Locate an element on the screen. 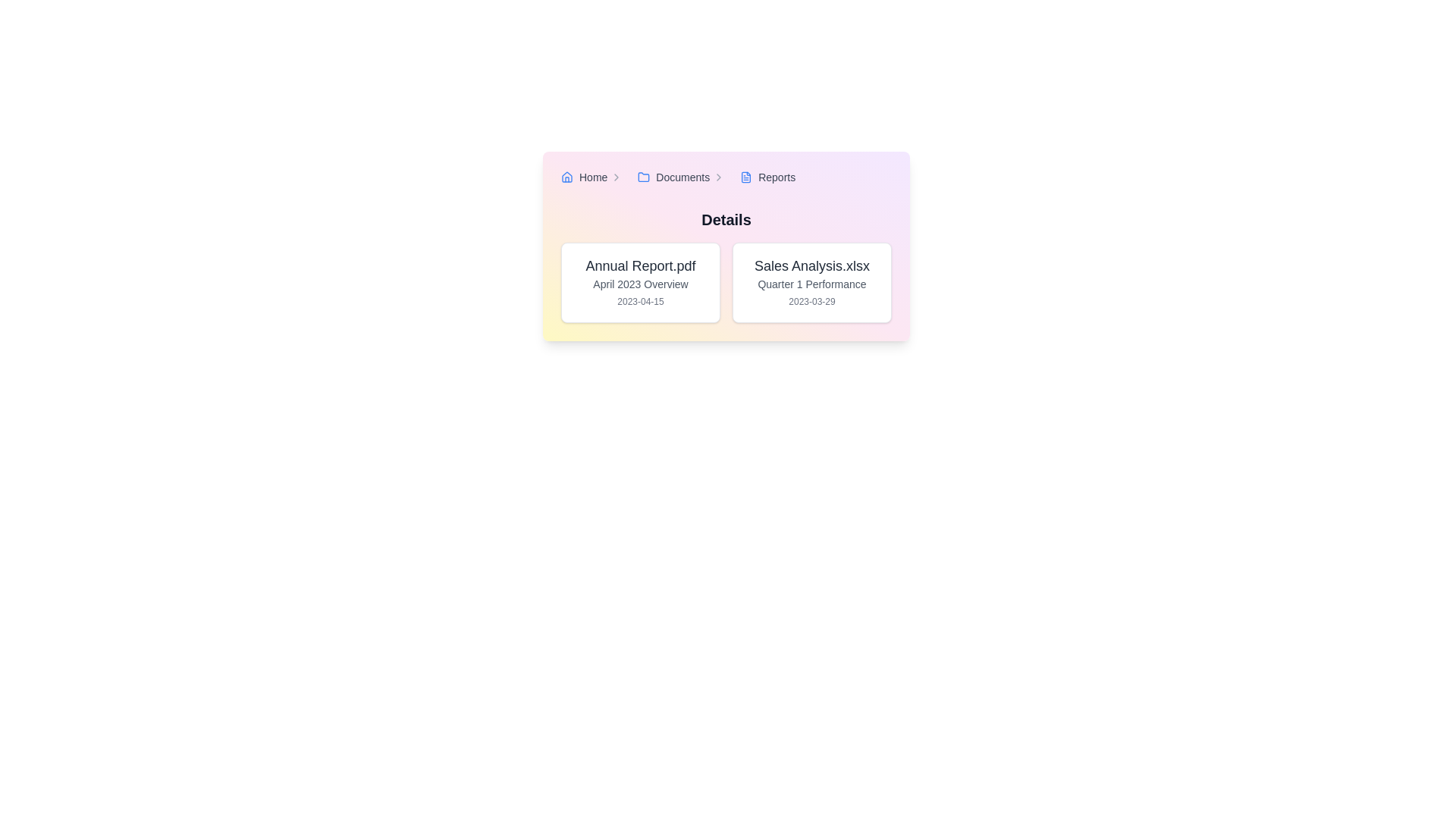 This screenshot has width=1456, height=819. the interactive hyperlink labeled 'Documents' is located at coordinates (682, 177).